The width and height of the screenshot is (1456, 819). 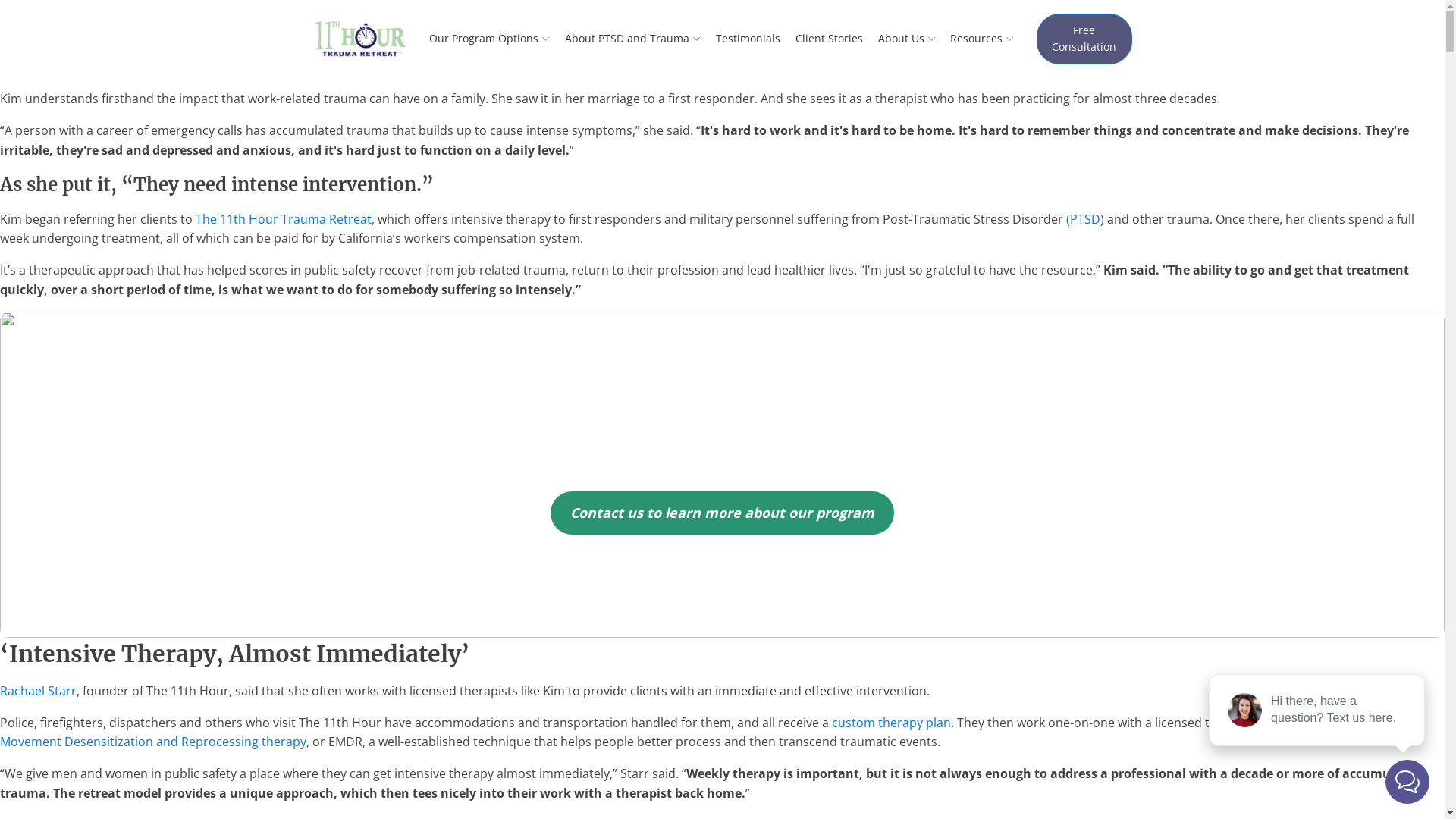 I want to click on 'Resources', so click(x=982, y=37).